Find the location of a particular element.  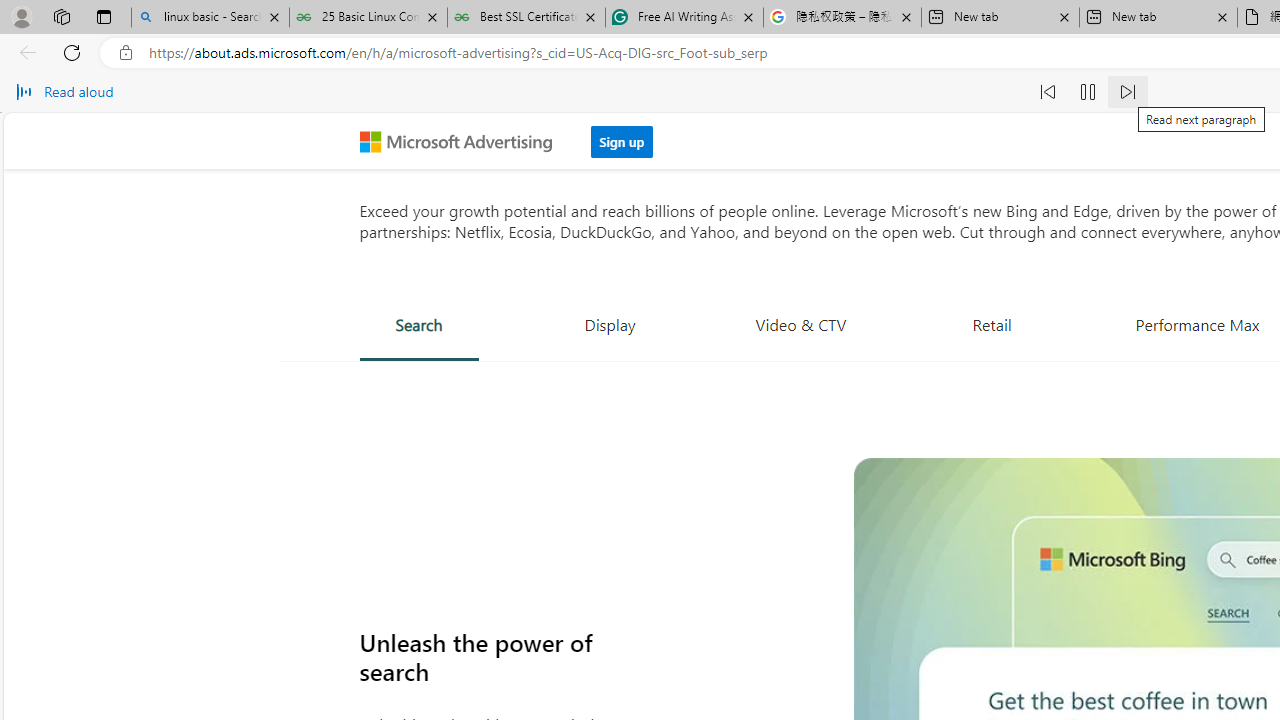

'Sign up' is located at coordinates (621, 140).